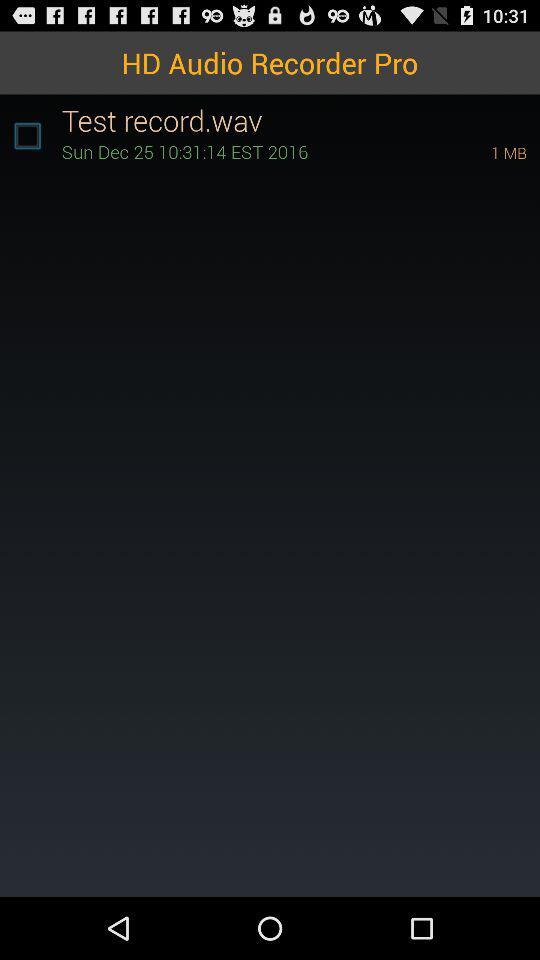  Describe the element at coordinates (26, 135) in the screenshot. I see `app to the left of the test record.wav icon` at that location.